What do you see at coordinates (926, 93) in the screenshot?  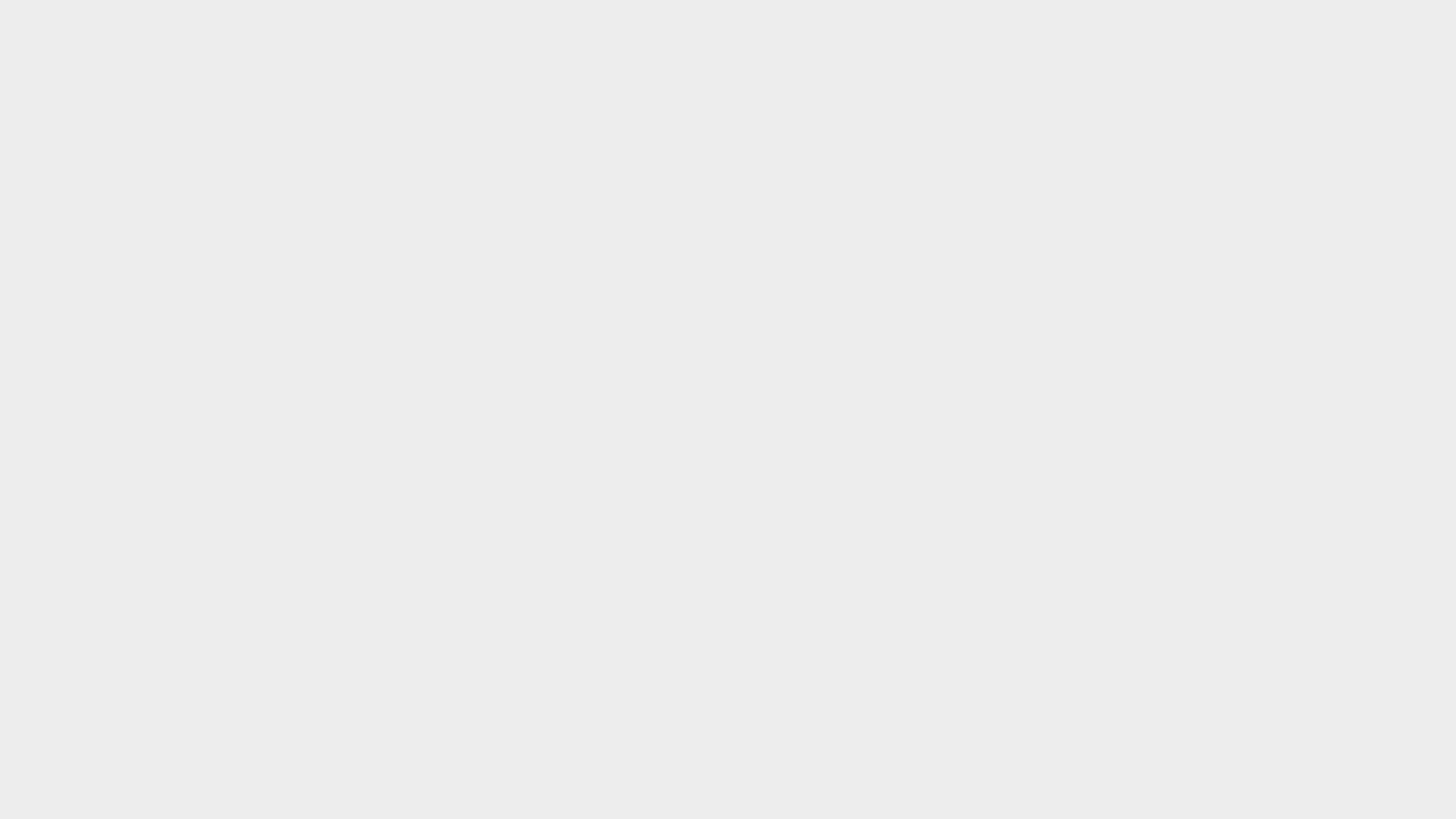 I see `'Living Word BookStore'` at bounding box center [926, 93].